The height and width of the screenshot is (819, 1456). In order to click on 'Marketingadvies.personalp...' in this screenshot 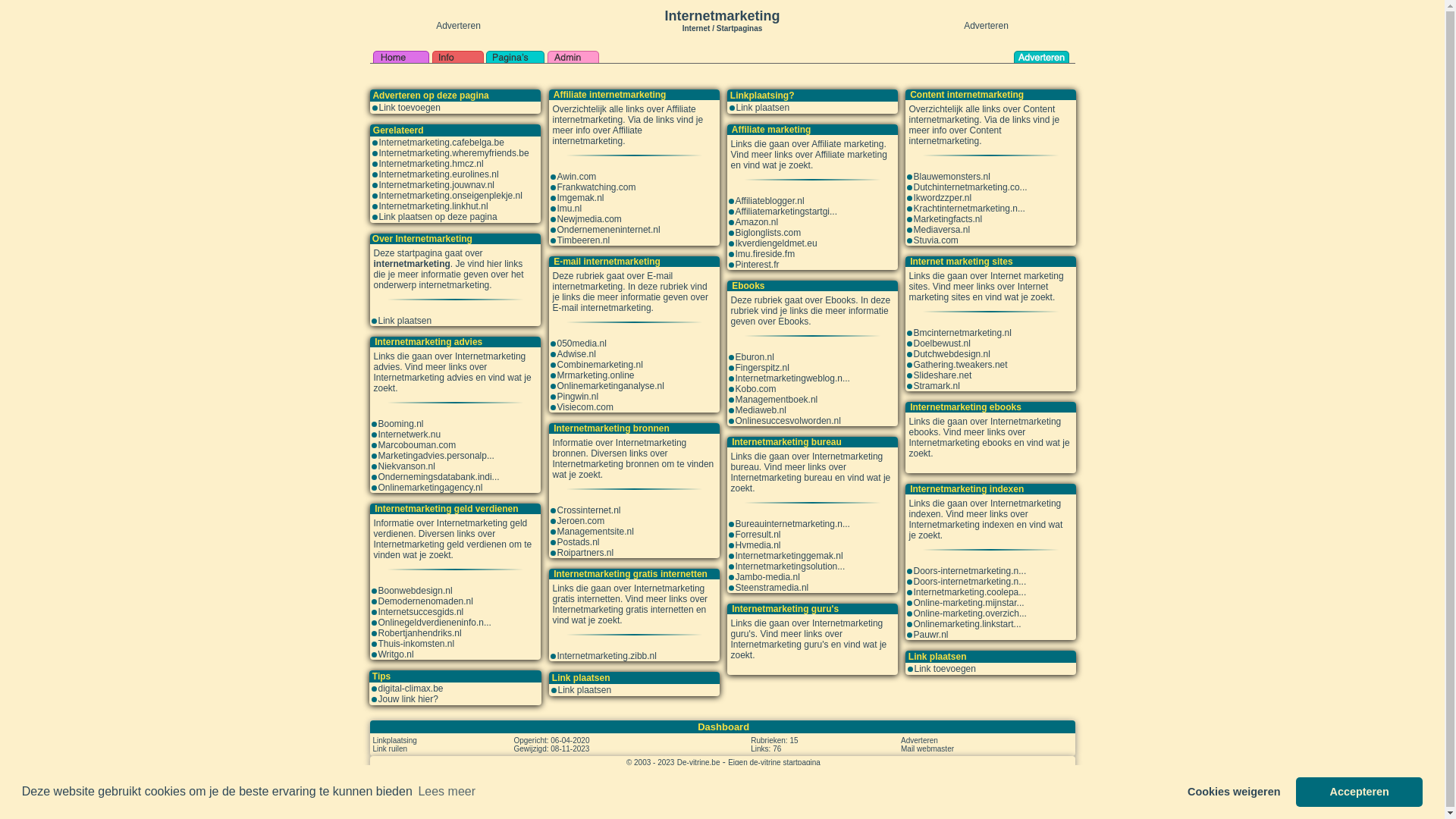, I will do `click(435, 455)`.